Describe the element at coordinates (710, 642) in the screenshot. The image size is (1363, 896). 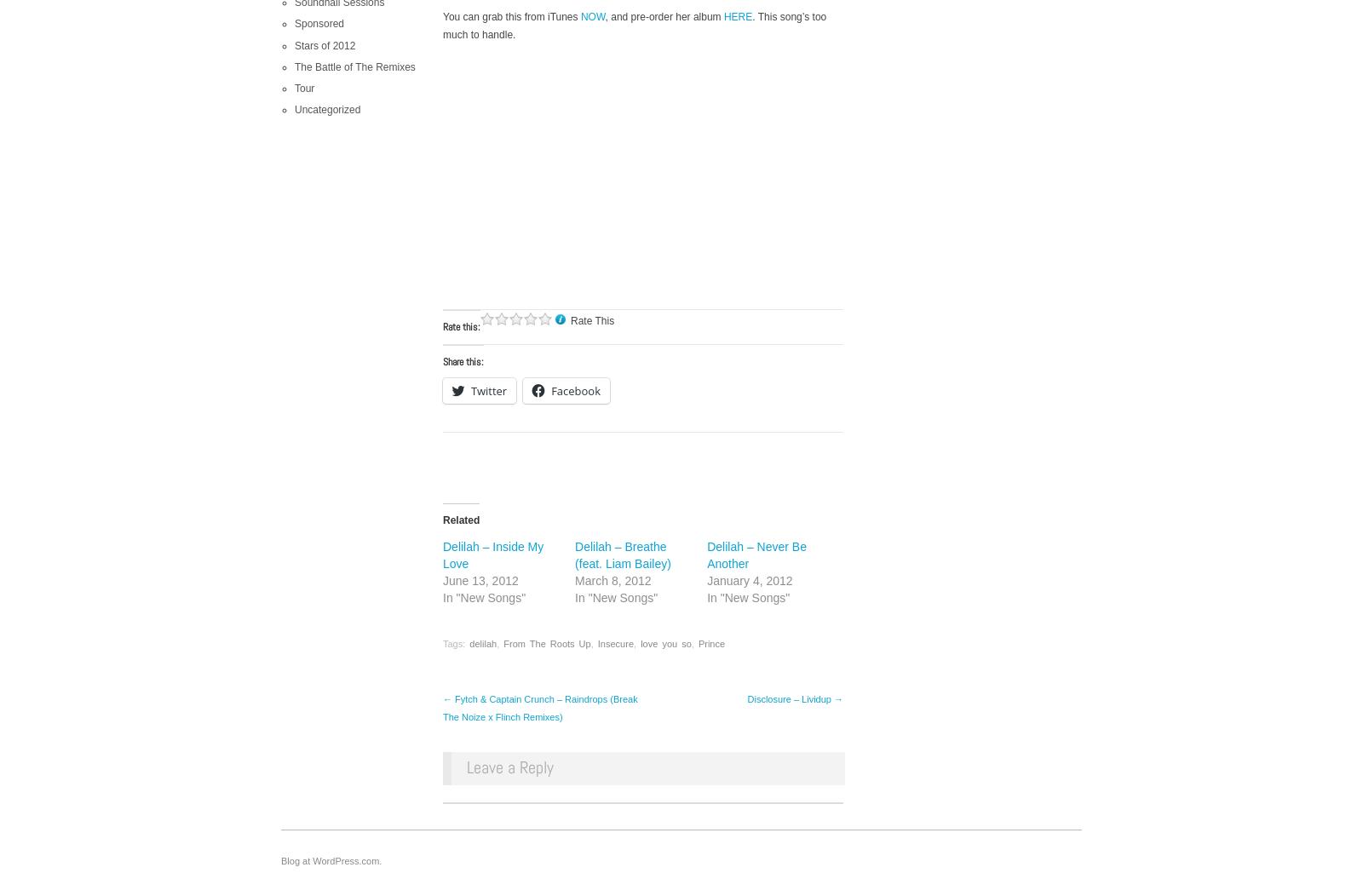
I see `'Prince'` at that location.